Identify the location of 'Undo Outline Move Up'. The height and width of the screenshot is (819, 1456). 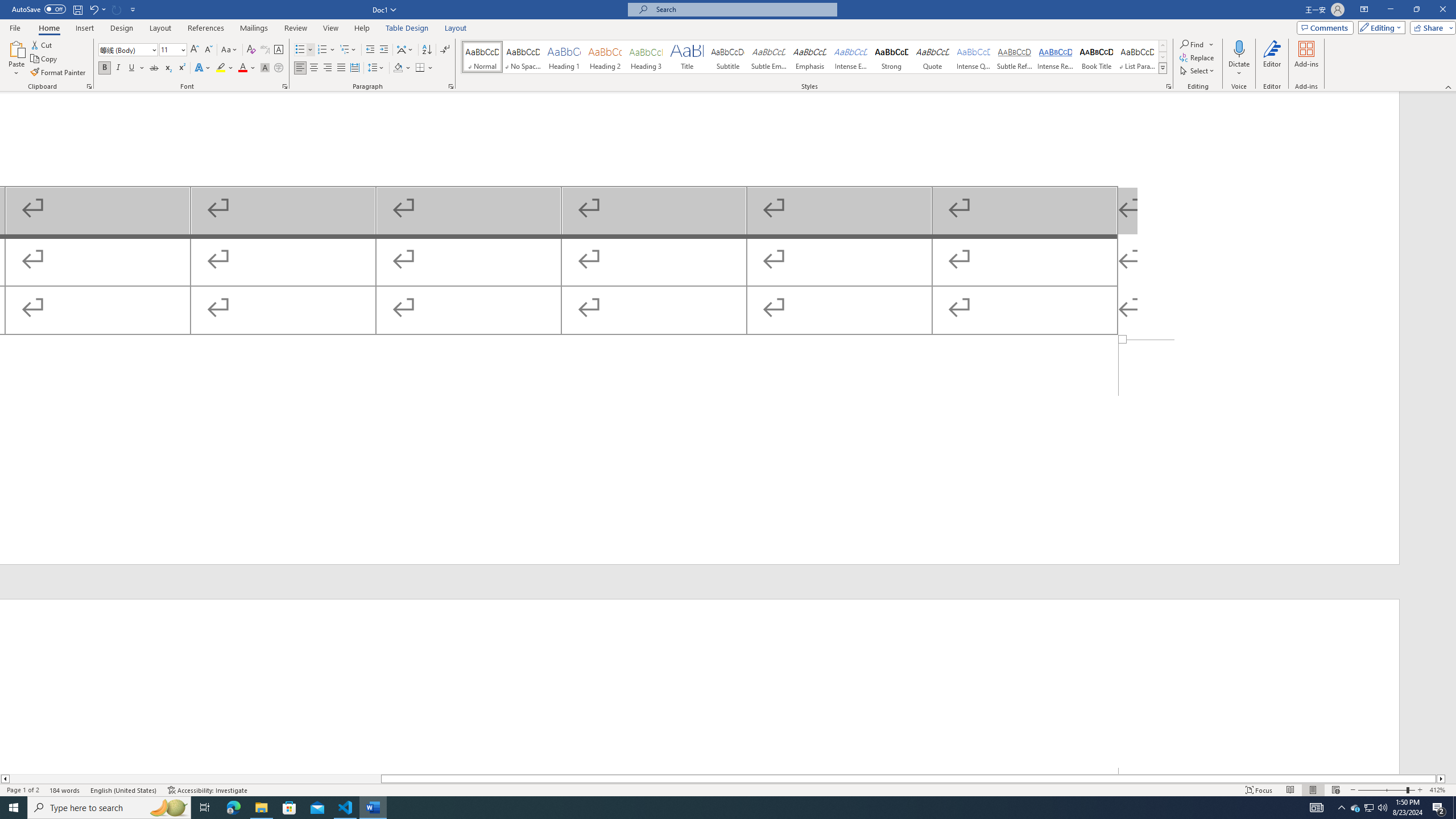
(93, 9).